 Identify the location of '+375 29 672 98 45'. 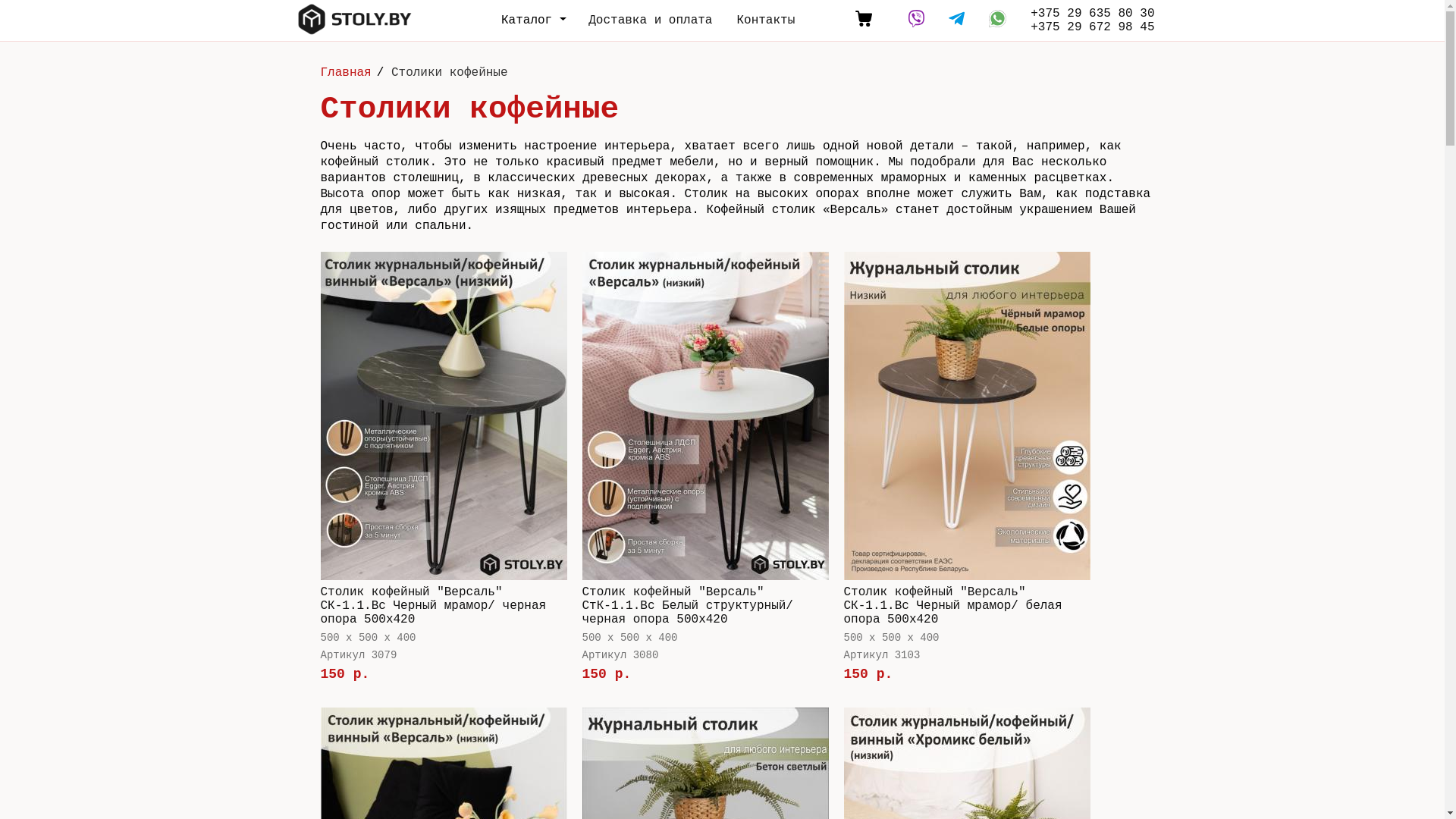
(1092, 27).